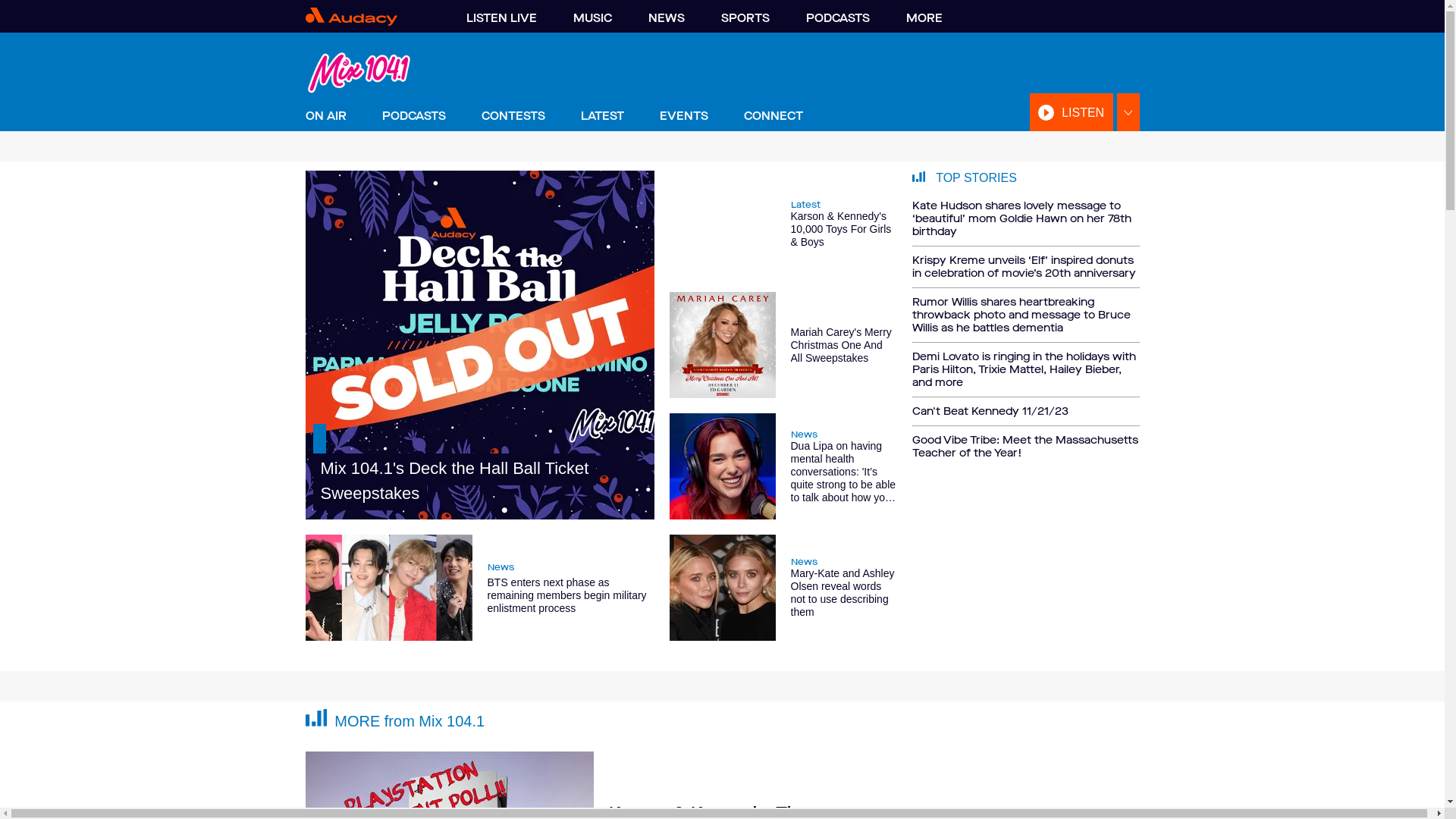 Image resolution: width=1456 pixels, height=819 pixels. What do you see at coordinates (500, 17) in the screenshot?
I see `'LISTEN LIVE'` at bounding box center [500, 17].